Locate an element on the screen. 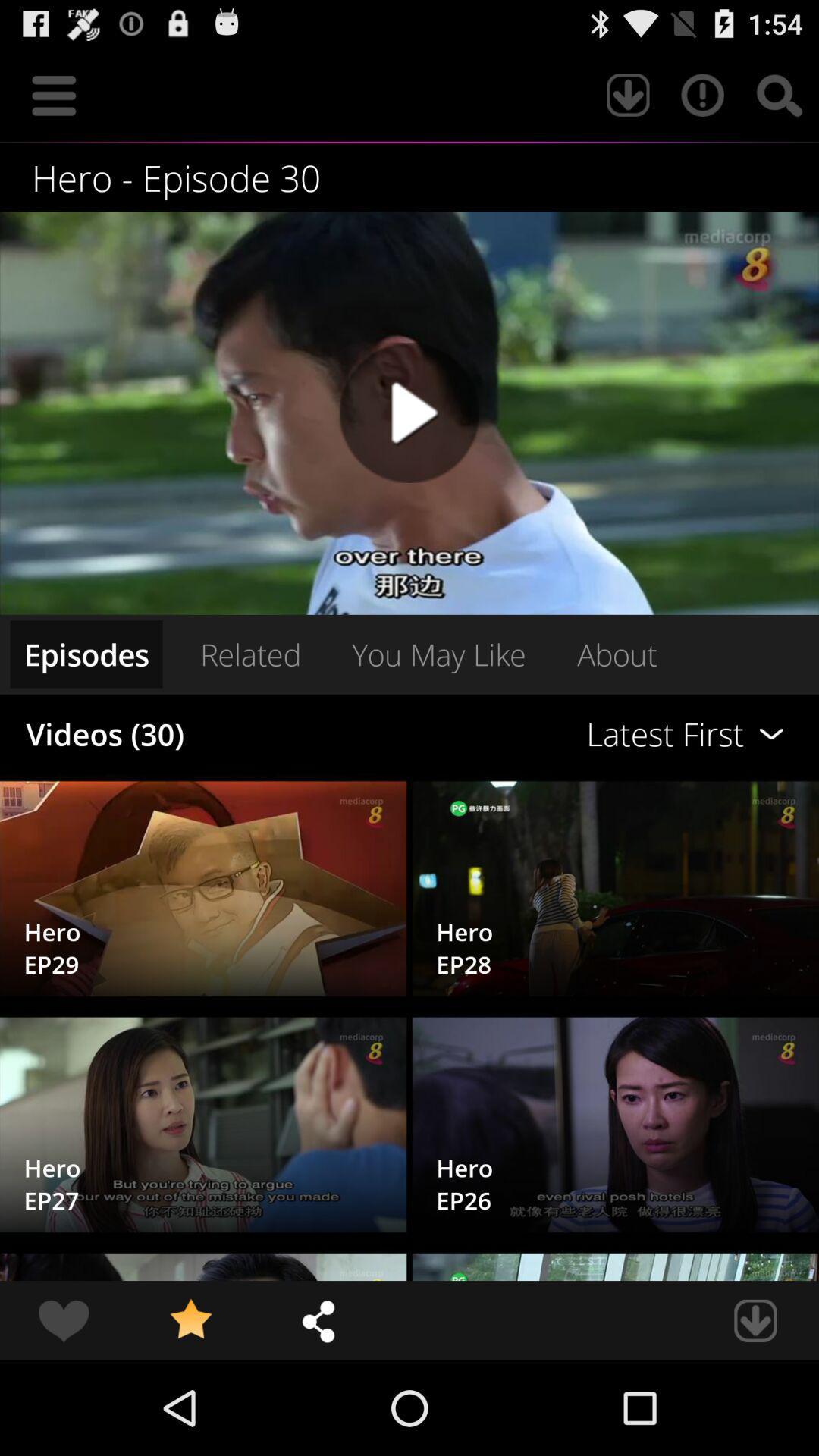 This screenshot has height=1456, width=819. the icon next to latest first item is located at coordinates (249, 654).